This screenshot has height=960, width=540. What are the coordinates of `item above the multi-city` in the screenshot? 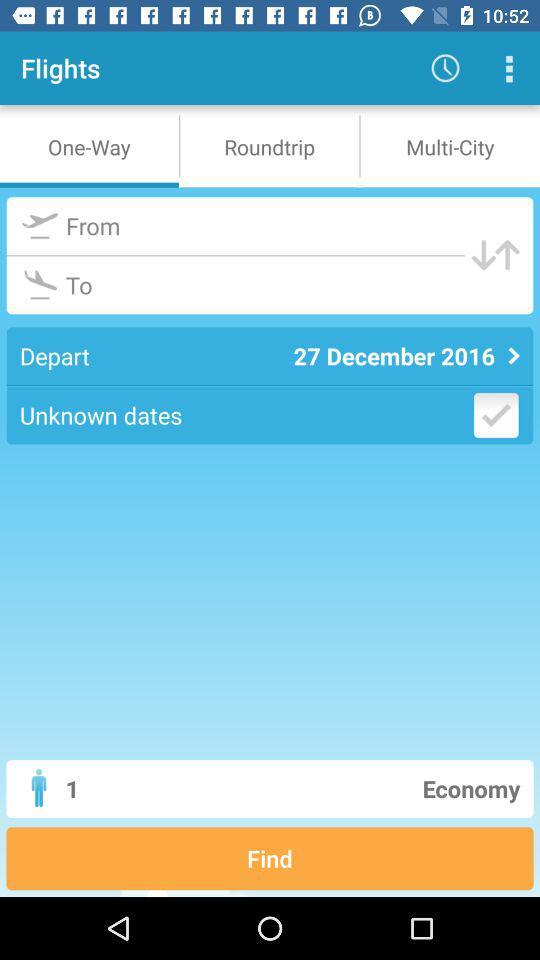 It's located at (508, 68).